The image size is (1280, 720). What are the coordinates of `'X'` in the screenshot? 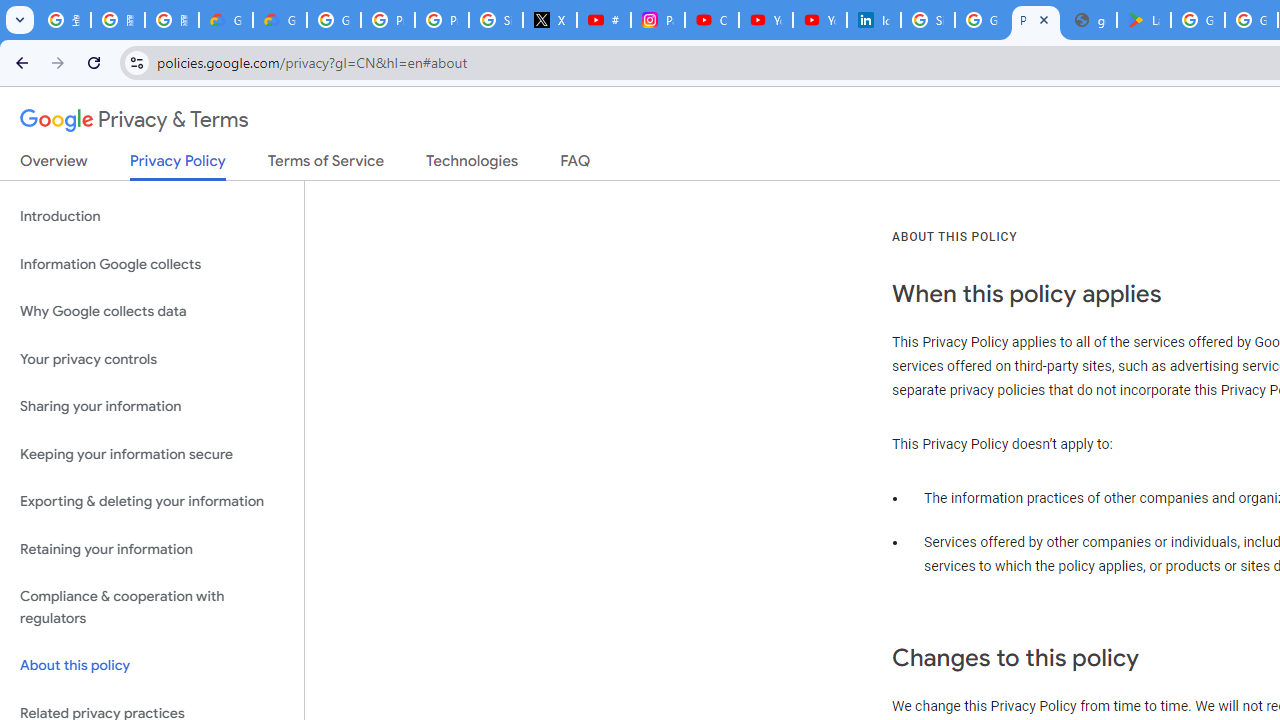 It's located at (550, 20).